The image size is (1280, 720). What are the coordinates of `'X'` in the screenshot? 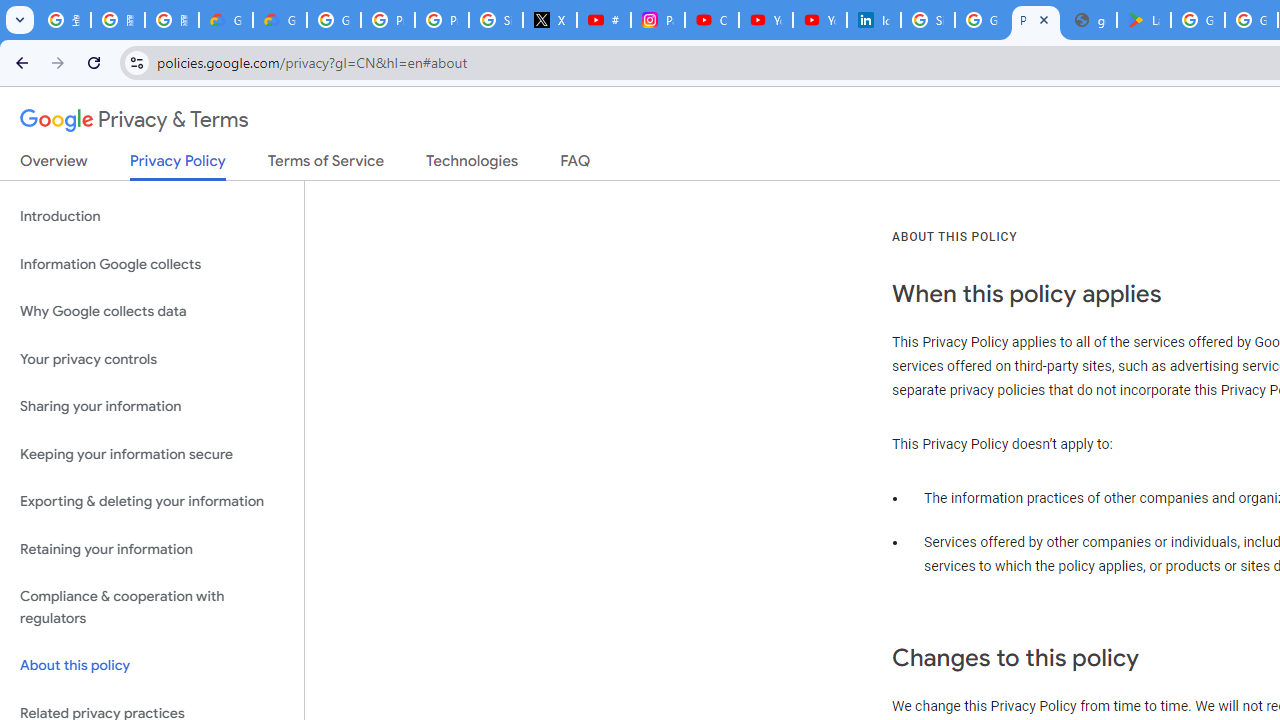 It's located at (550, 20).